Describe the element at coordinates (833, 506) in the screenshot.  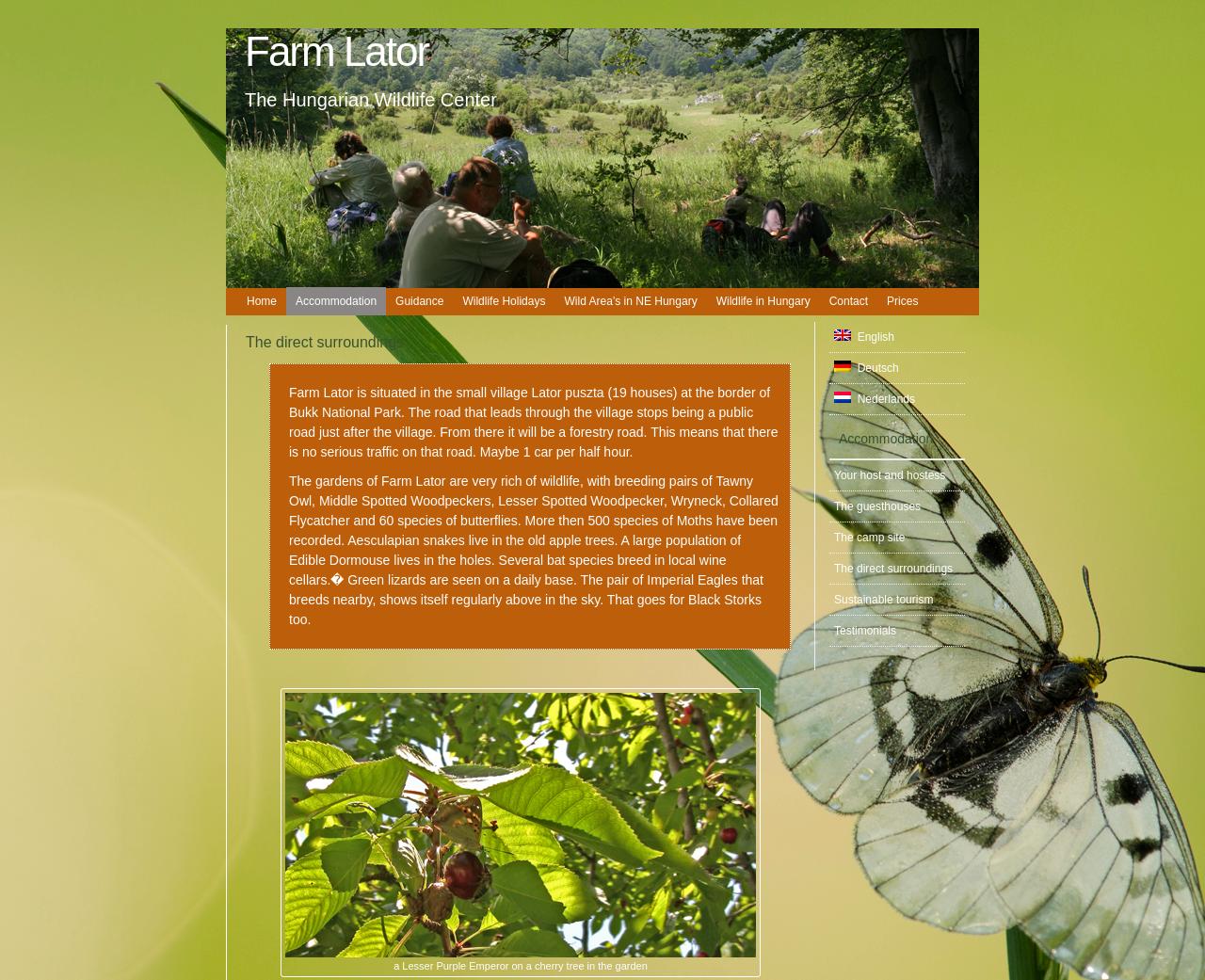
I see `'The guesthouses'` at that location.